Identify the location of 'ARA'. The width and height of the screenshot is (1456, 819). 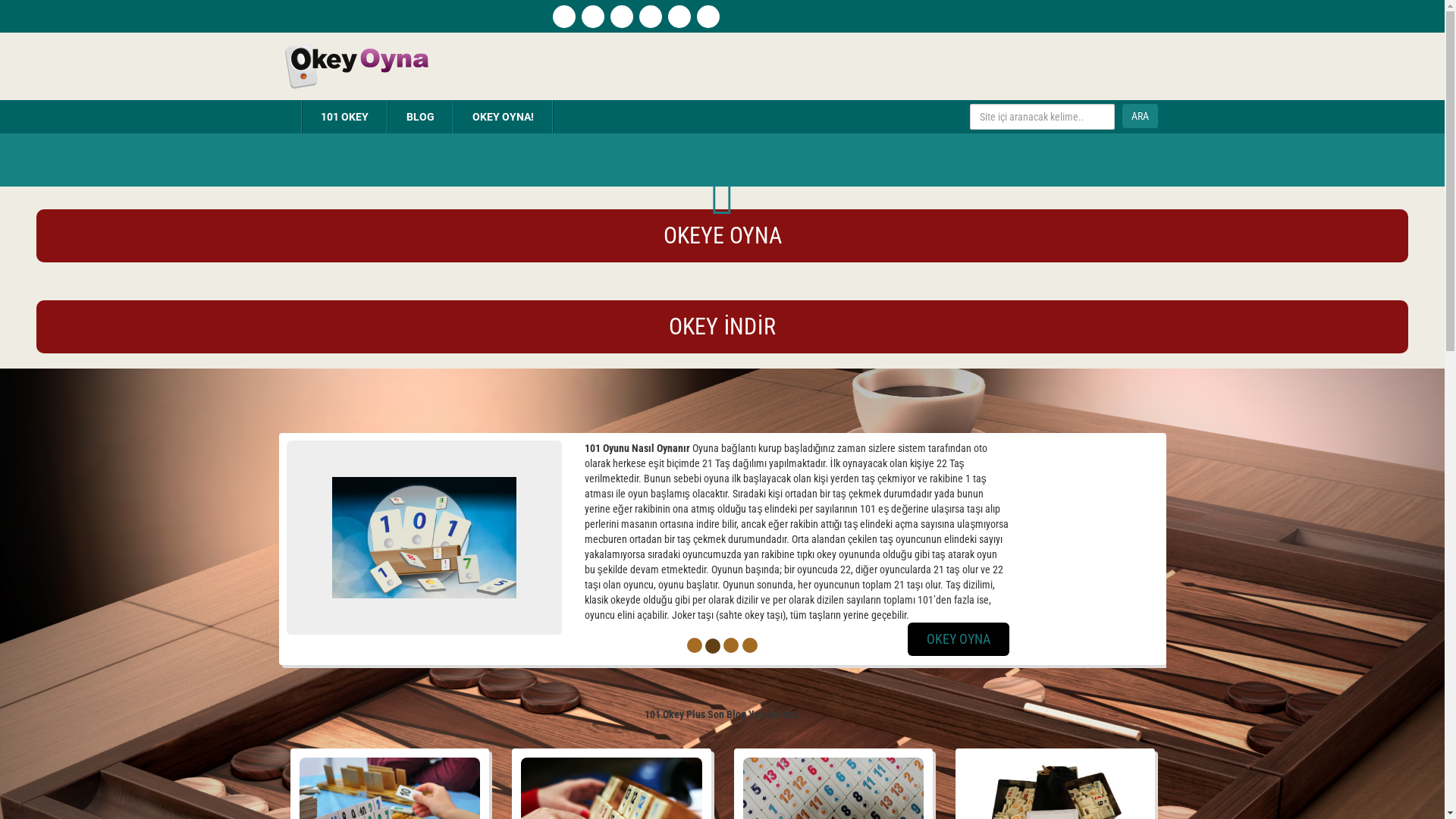
(1140, 115).